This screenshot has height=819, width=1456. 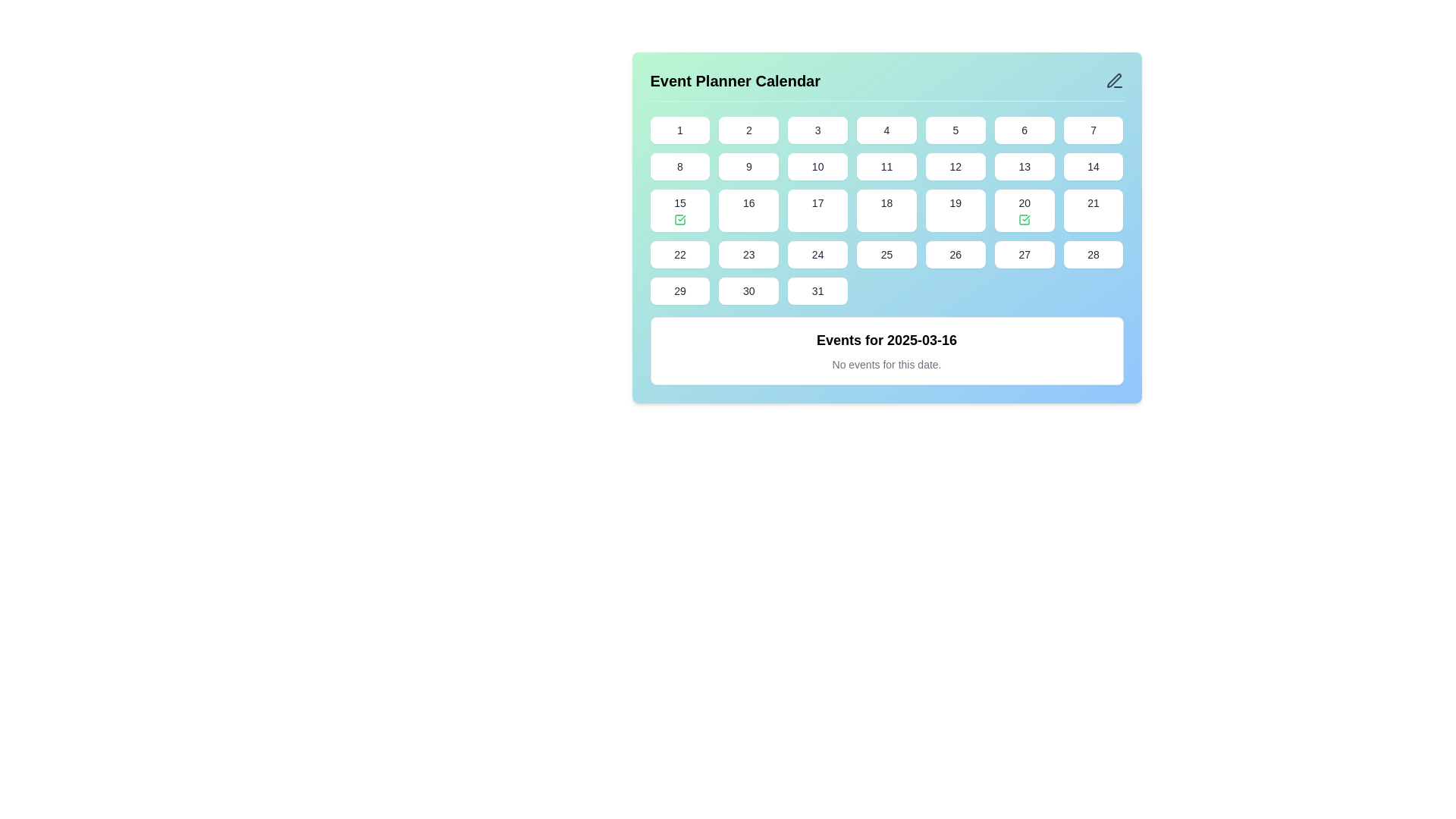 What do you see at coordinates (817, 210) in the screenshot?
I see `the button representing the date '17' in the calendar interface` at bounding box center [817, 210].